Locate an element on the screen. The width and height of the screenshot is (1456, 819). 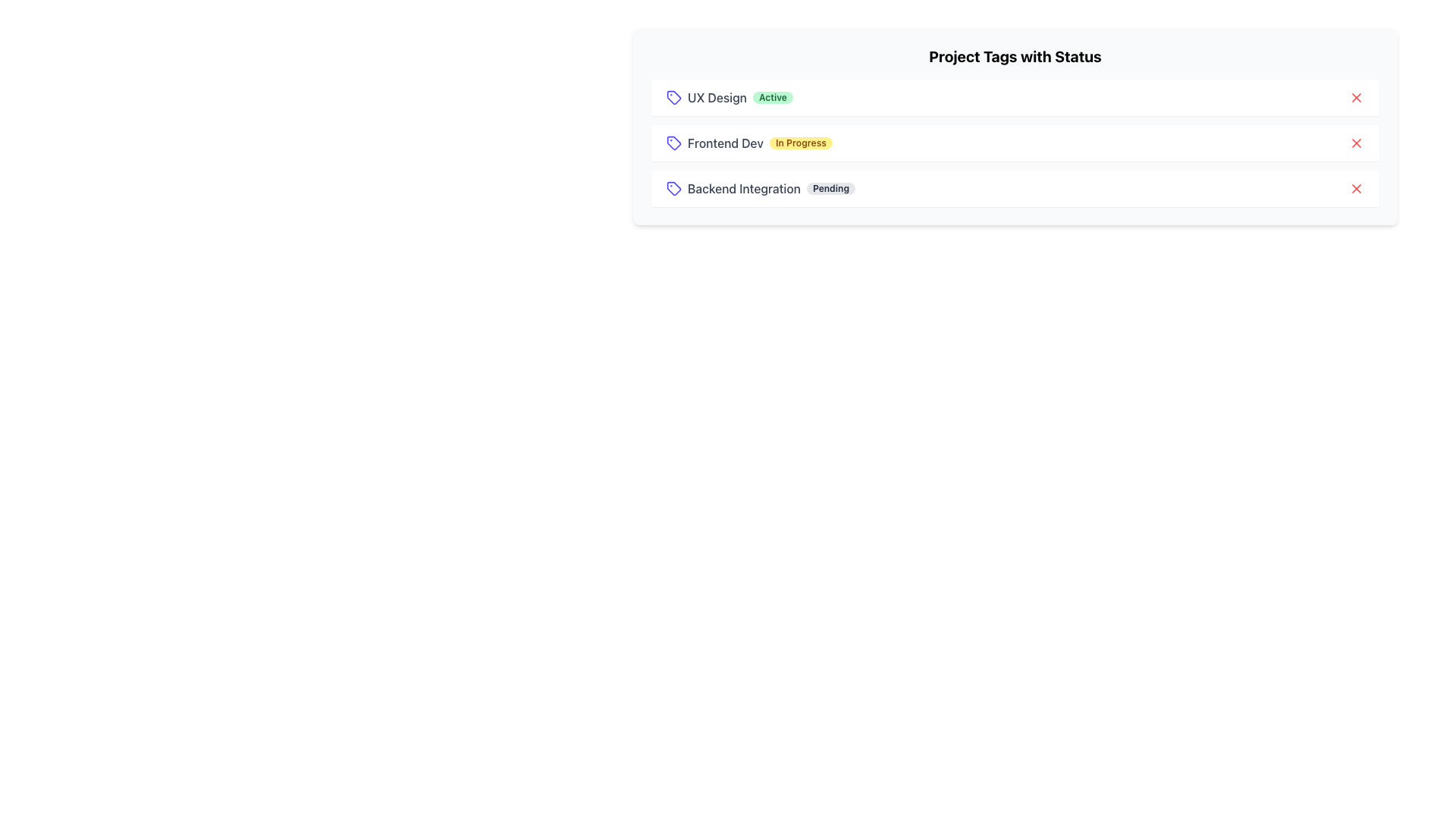
the Status Indicator Label indicating 'In Progress' located at the far right of the 'Frontend Dev' row in the 'Project Tags with Status' section is located at coordinates (800, 143).